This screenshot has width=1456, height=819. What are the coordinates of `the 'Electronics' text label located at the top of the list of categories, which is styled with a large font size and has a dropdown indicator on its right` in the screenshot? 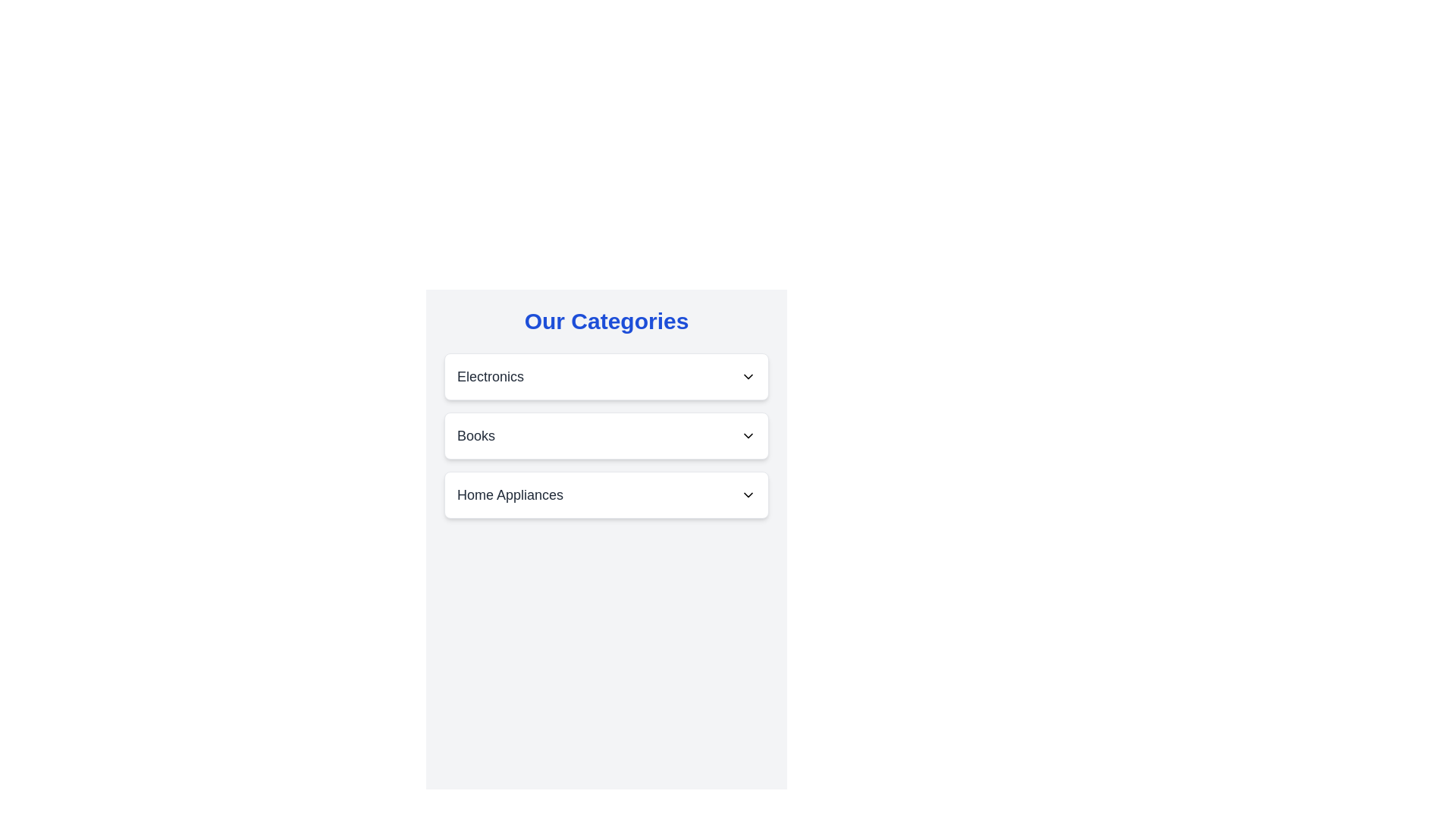 It's located at (491, 376).